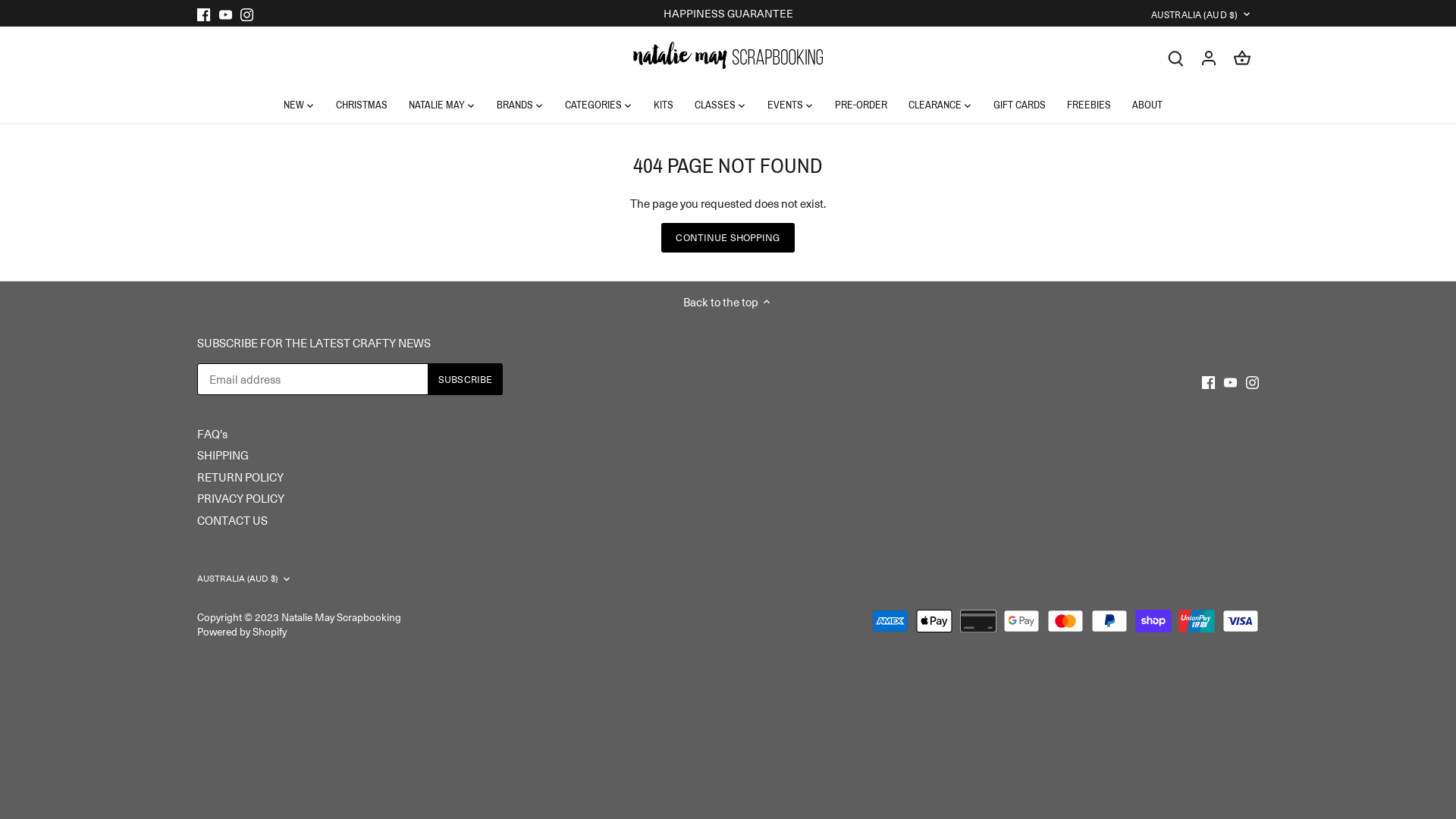  What do you see at coordinates (1150, 14) in the screenshot?
I see `'AUSTRALIA (AUD $)'` at bounding box center [1150, 14].